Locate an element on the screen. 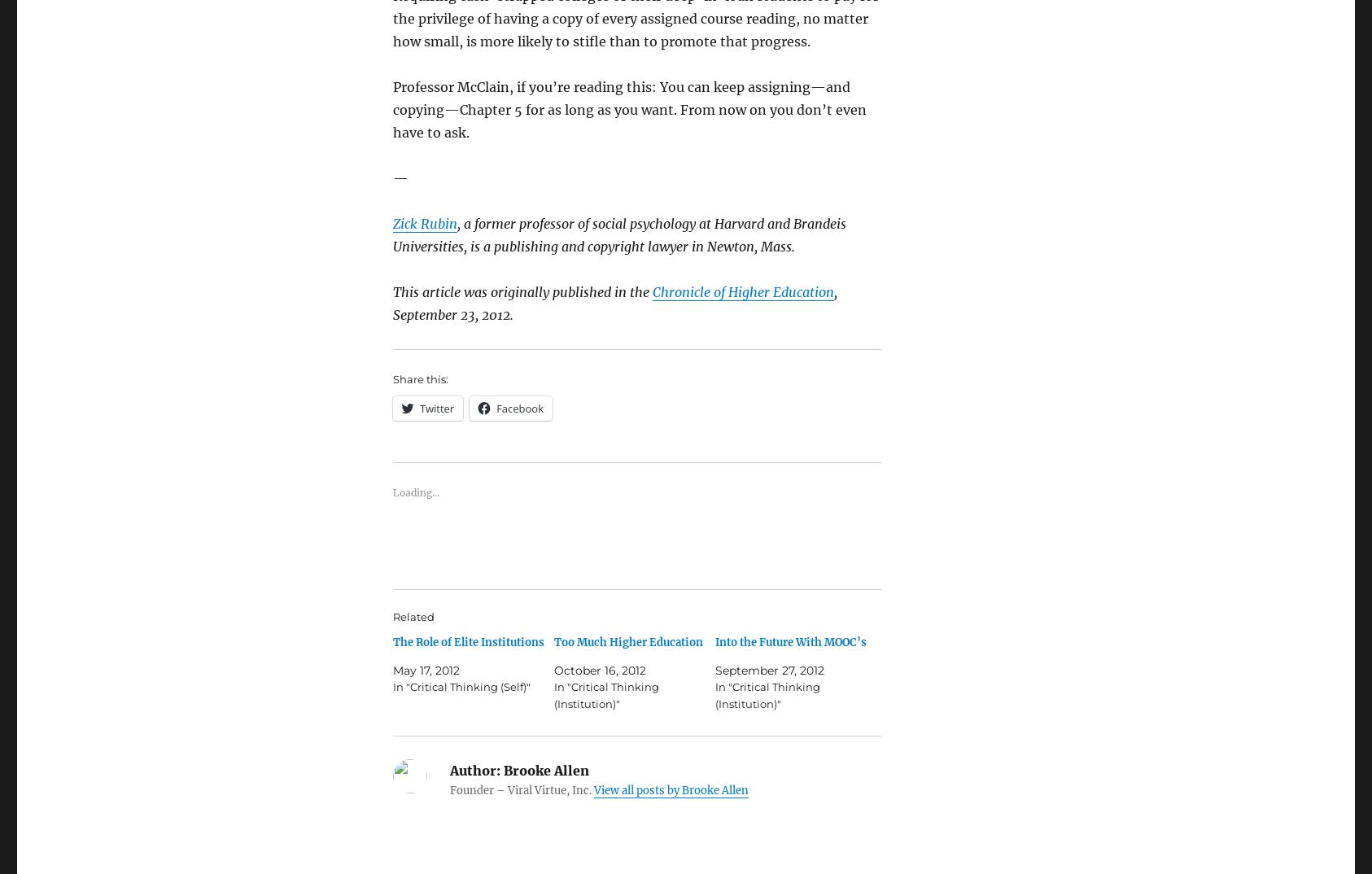 The width and height of the screenshot is (1372, 874). 'Related' is located at coordinates (413, 614).